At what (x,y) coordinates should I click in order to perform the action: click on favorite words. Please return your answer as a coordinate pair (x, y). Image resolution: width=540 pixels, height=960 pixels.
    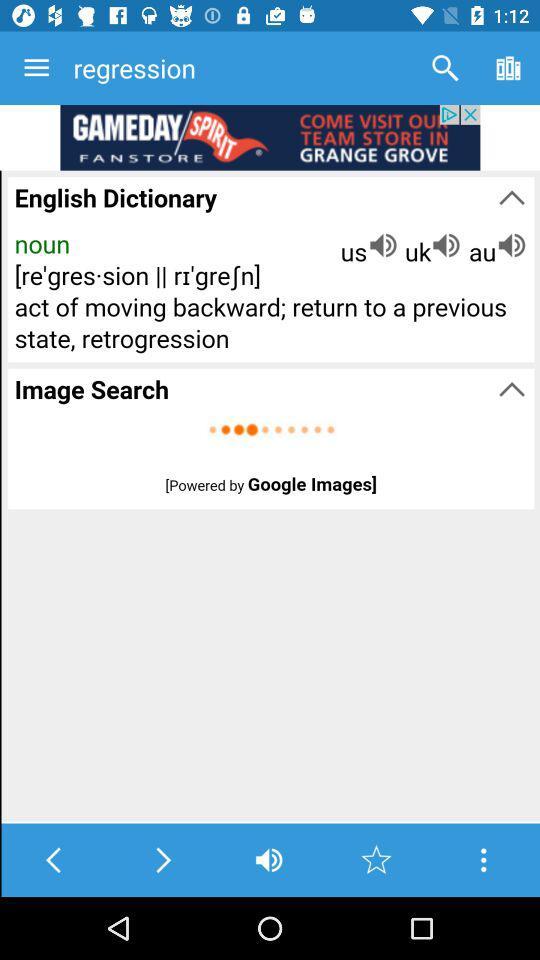
    Looking at the image, I should click on (376, 859).